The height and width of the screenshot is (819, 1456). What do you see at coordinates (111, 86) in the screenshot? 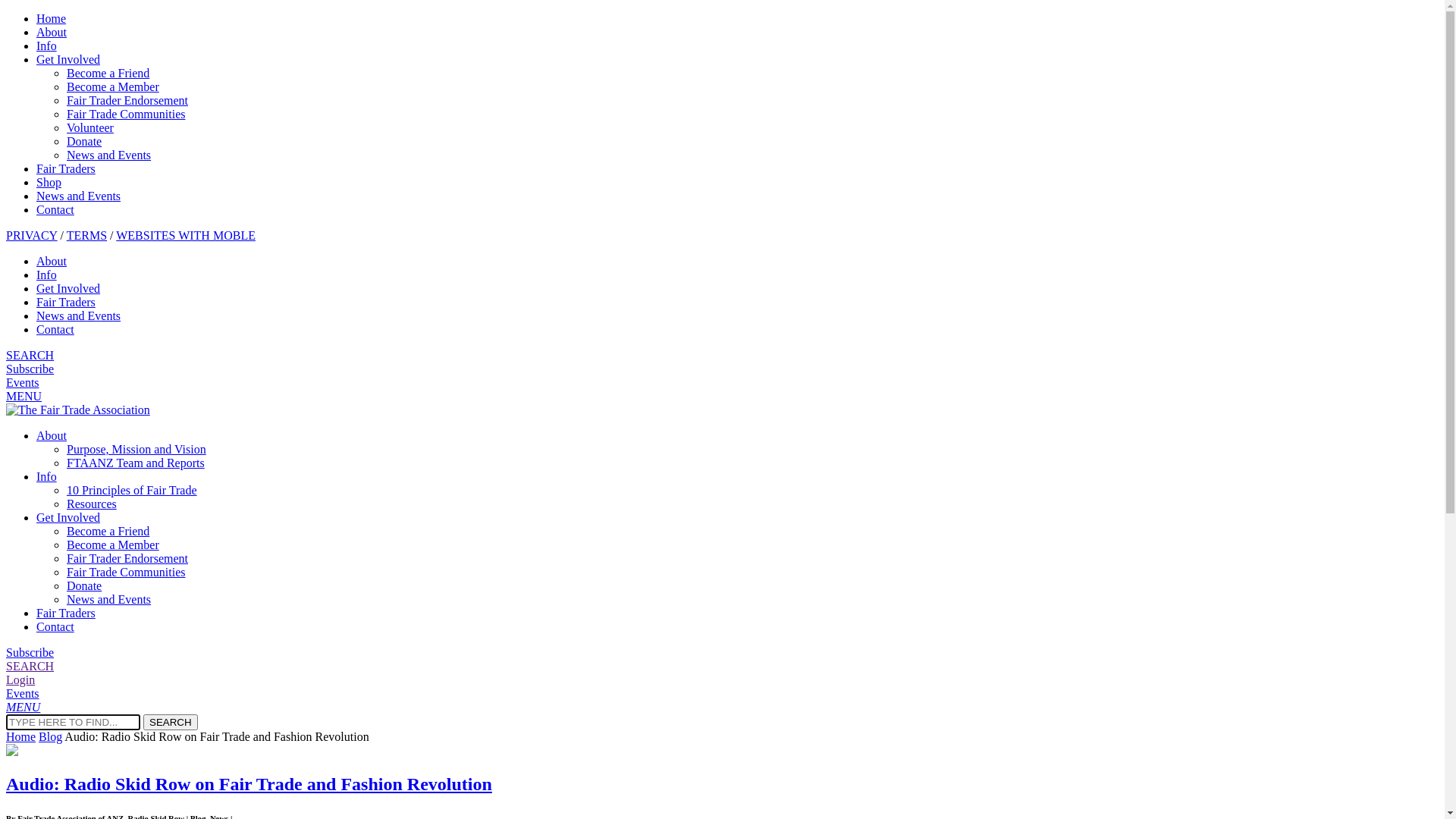
I see `'Become a Member'` at bounding box center [111, 86].